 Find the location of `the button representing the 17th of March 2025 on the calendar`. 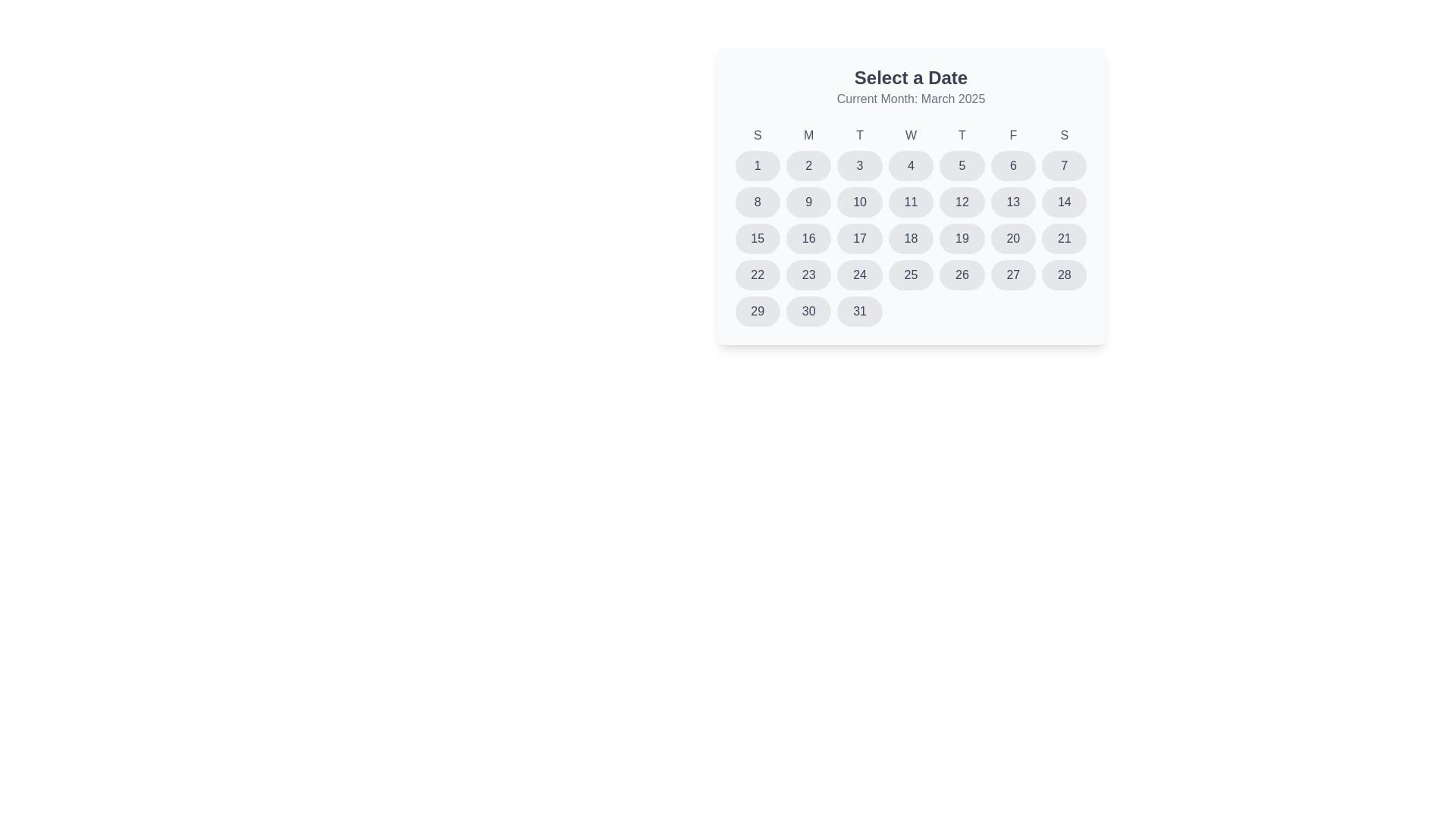

the button representing the 17th of March 2025 on the calendar is located at coordinates (860, 239).